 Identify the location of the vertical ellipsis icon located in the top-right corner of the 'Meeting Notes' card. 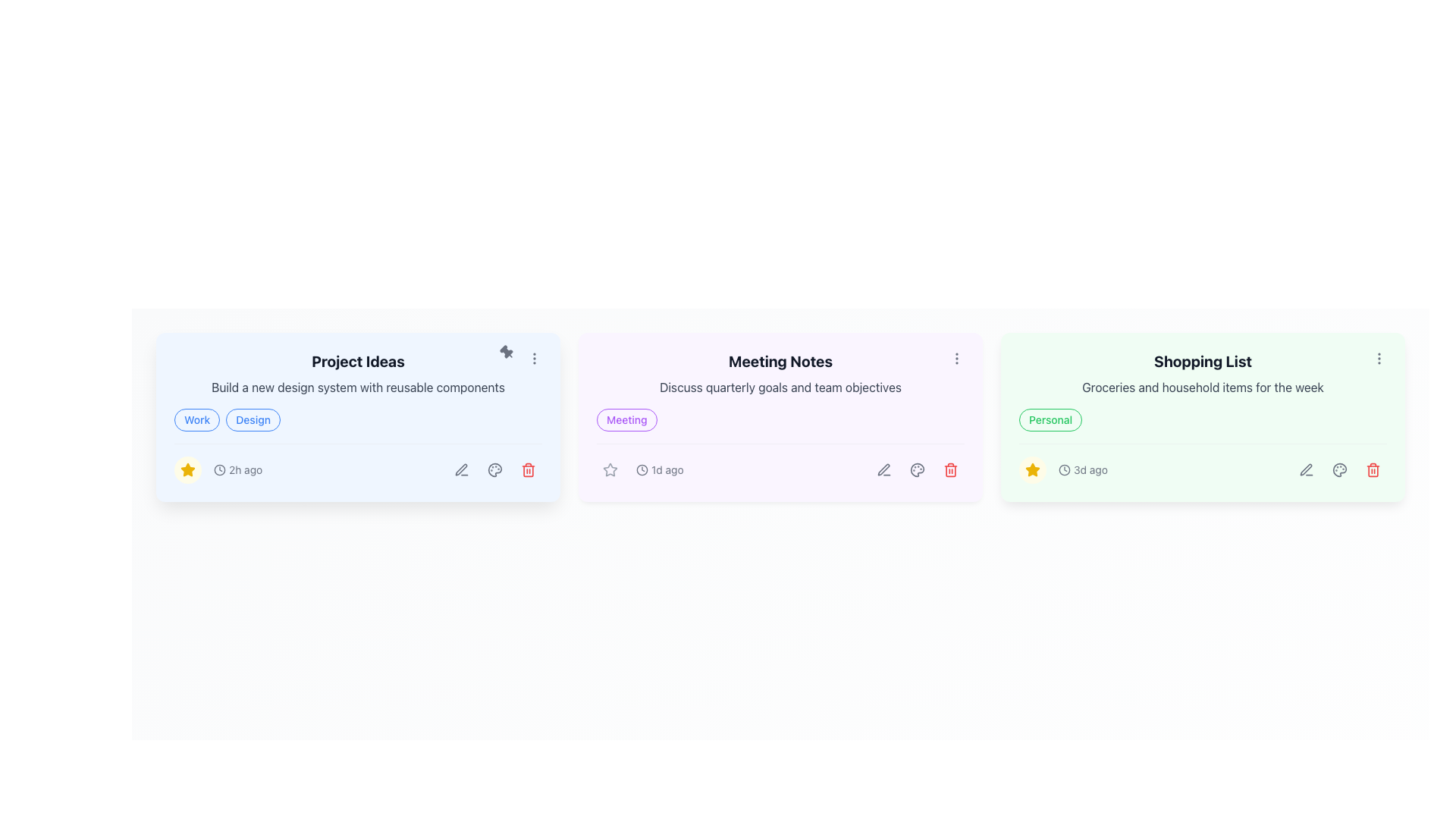
(956, 359).